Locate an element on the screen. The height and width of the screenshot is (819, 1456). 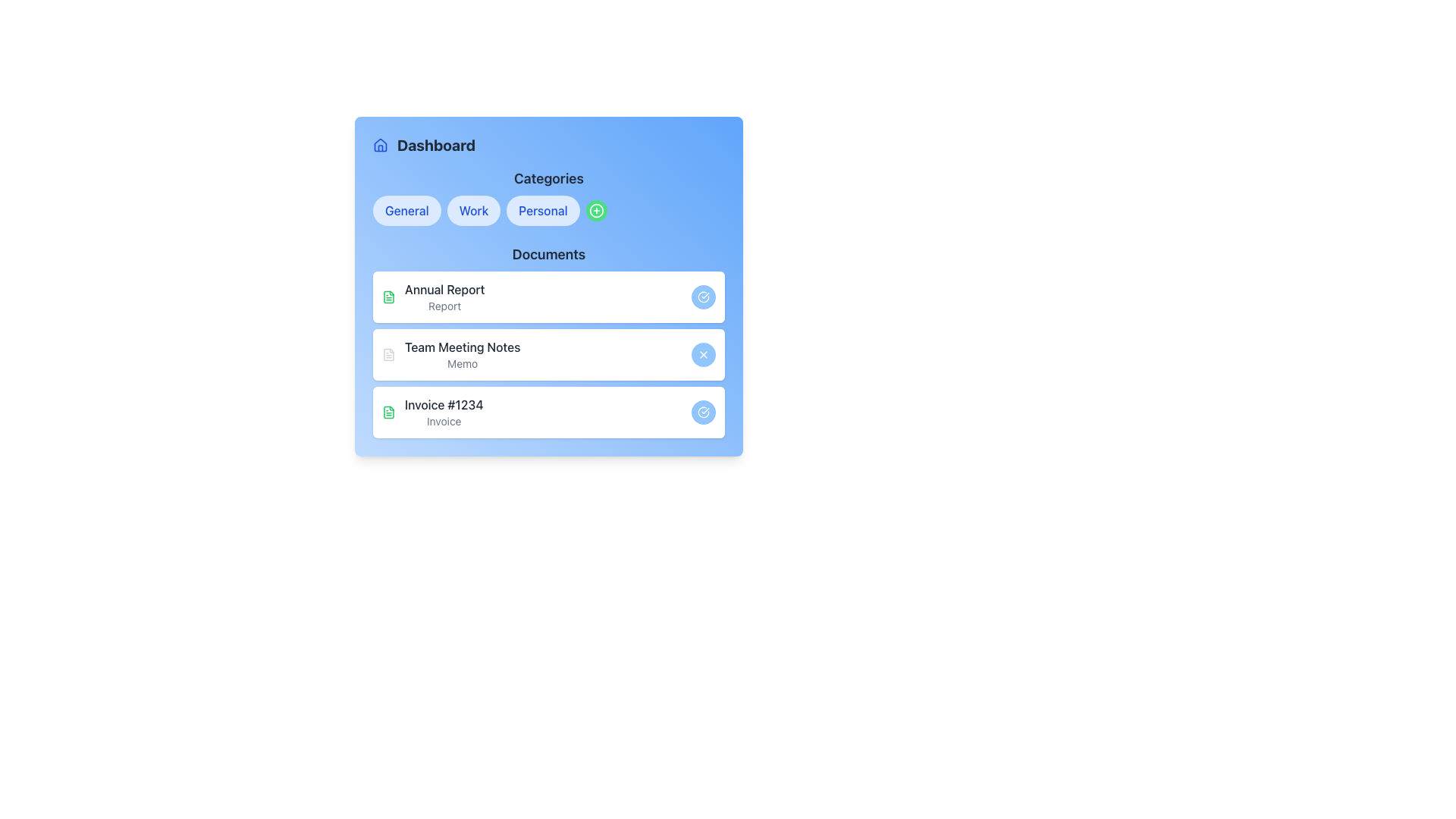
the 'Categories' text element, which is displayed in bold black font on a light blue background, located near the top-center of the interface is located at coordinates (548, 177).